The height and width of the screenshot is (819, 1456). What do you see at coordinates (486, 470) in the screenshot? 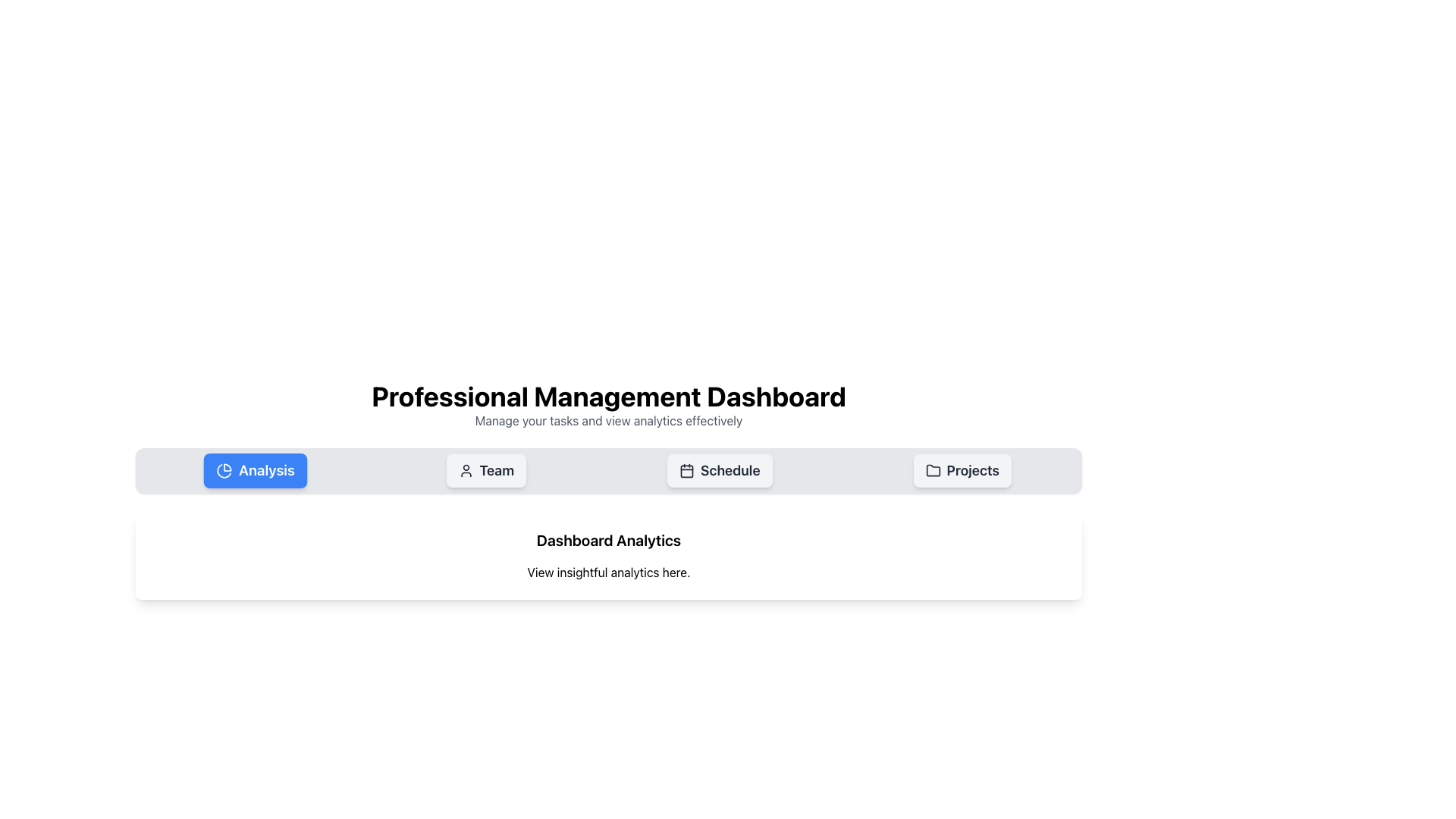
I see `the navigational button located in the horizontal menu bar, which is styled with a light gray background and positioned between the 'Analysis' and 'Schedule' buttons` at bounding box center [486, 470].